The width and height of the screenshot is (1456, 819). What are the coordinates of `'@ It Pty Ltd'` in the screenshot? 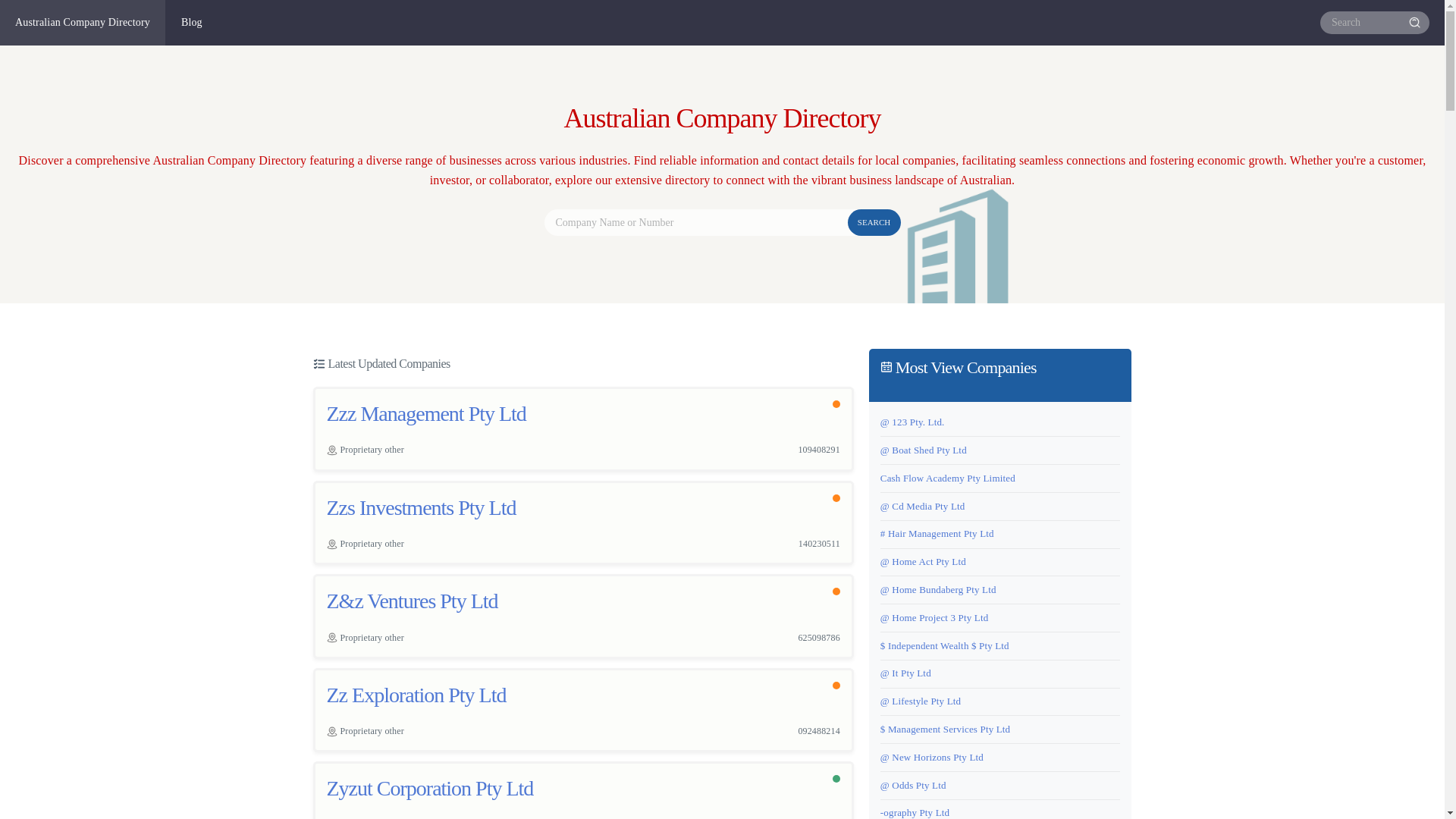 It's located at (905, 672).